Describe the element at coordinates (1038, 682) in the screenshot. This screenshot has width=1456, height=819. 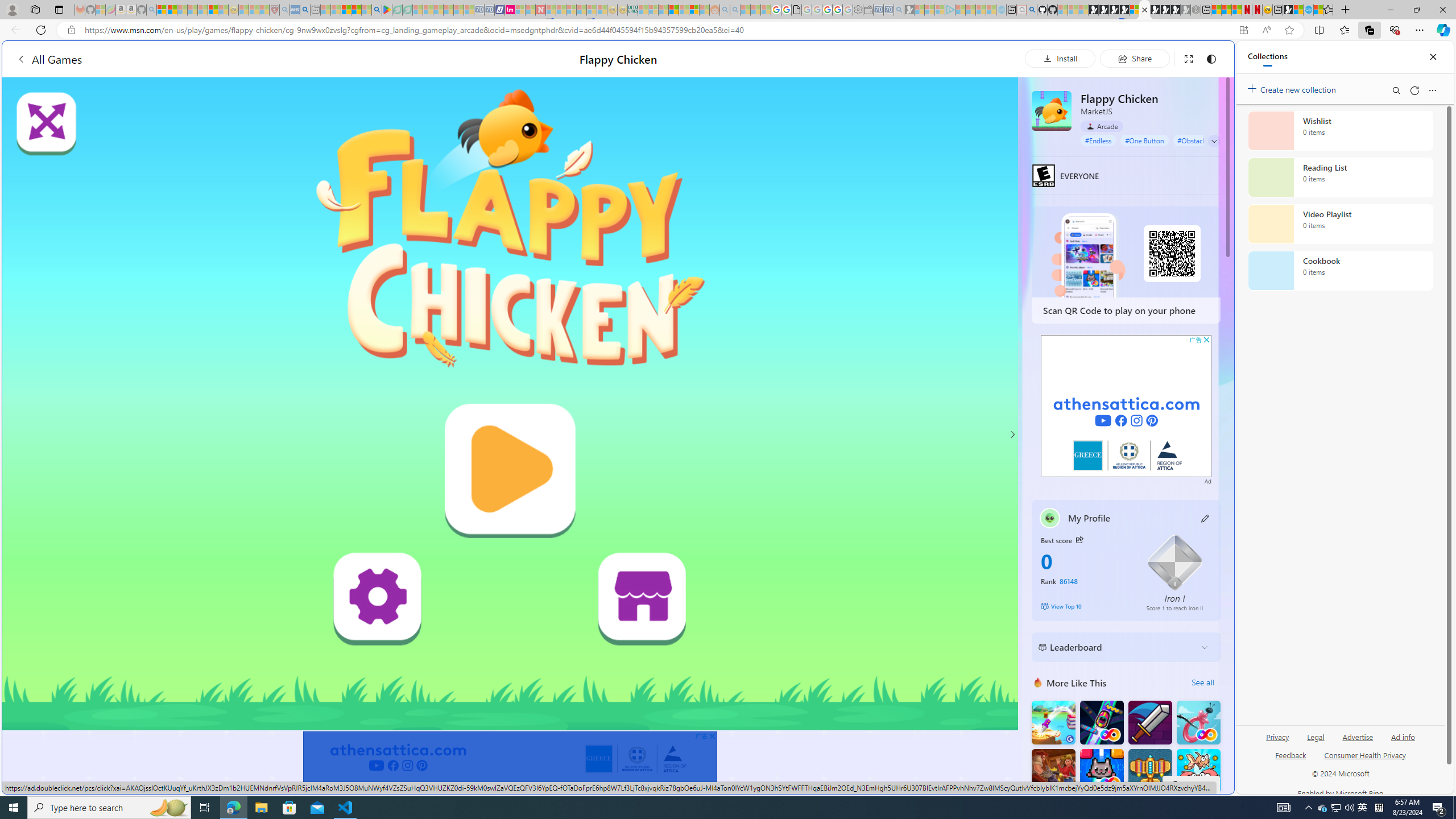
I see `'More Like This'` at that location.